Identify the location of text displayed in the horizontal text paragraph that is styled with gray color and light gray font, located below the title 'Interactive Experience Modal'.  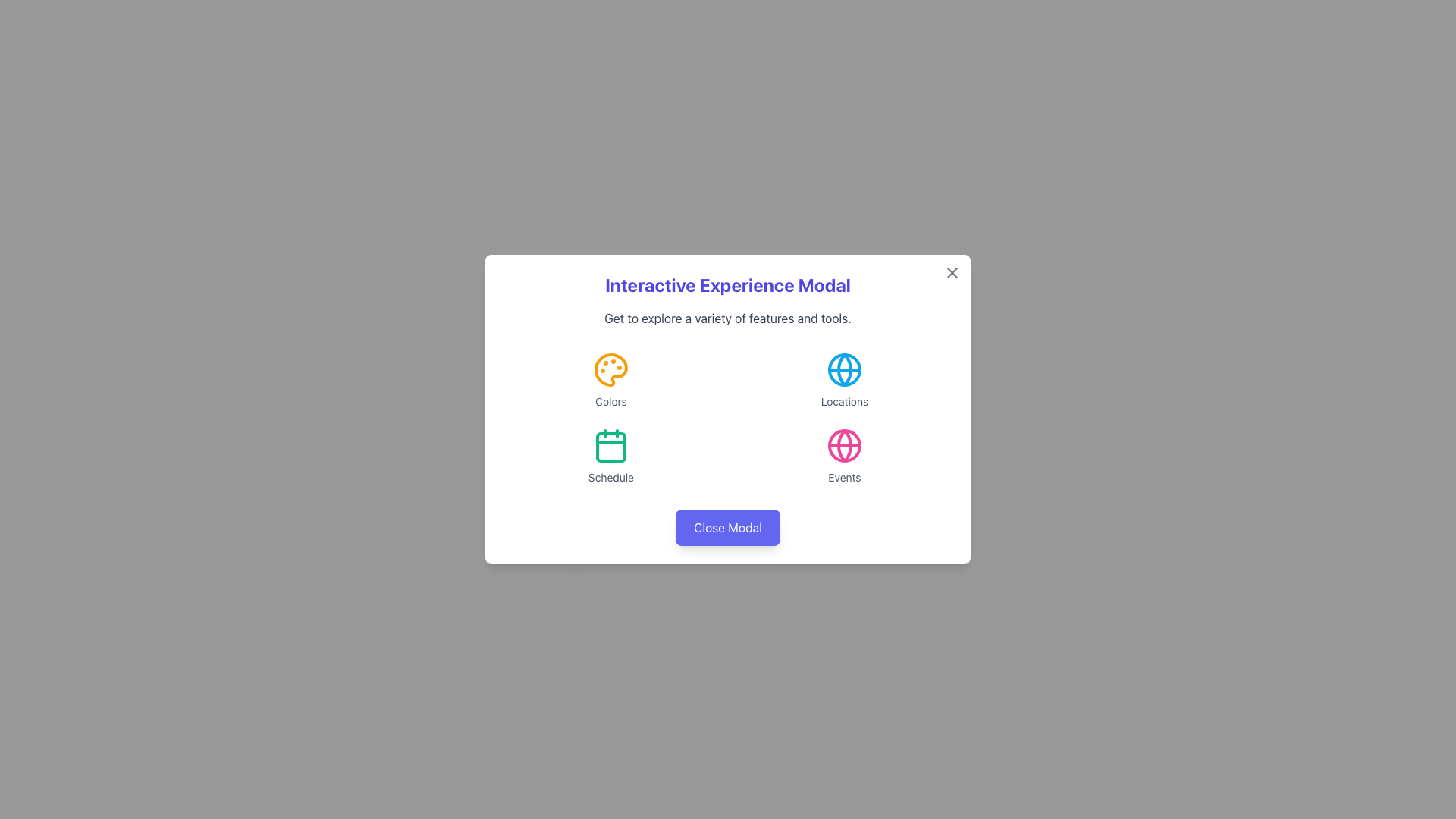
(728, 318).